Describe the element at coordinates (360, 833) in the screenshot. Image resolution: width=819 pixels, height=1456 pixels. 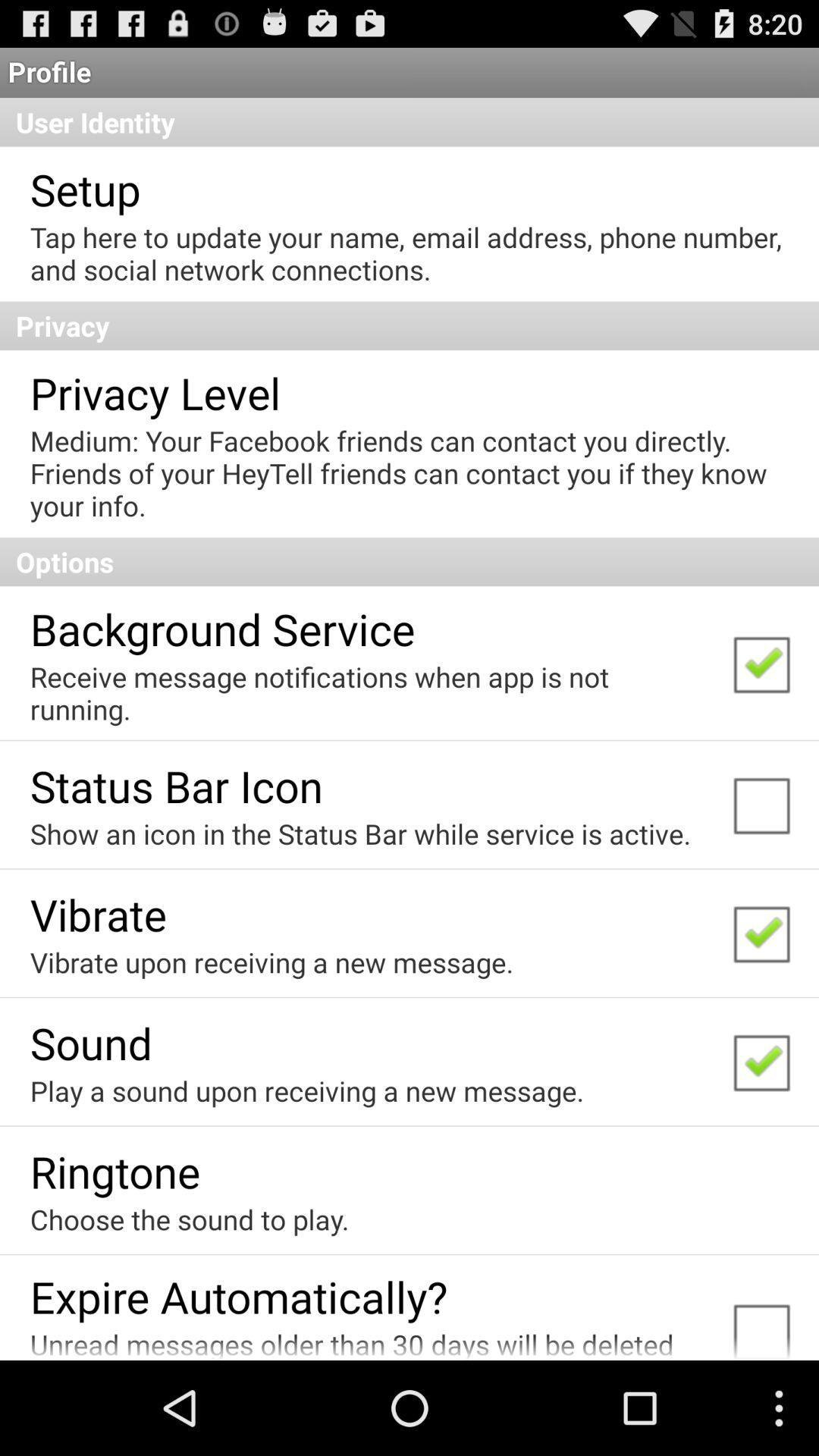
I see `show an icon icon` at that location.